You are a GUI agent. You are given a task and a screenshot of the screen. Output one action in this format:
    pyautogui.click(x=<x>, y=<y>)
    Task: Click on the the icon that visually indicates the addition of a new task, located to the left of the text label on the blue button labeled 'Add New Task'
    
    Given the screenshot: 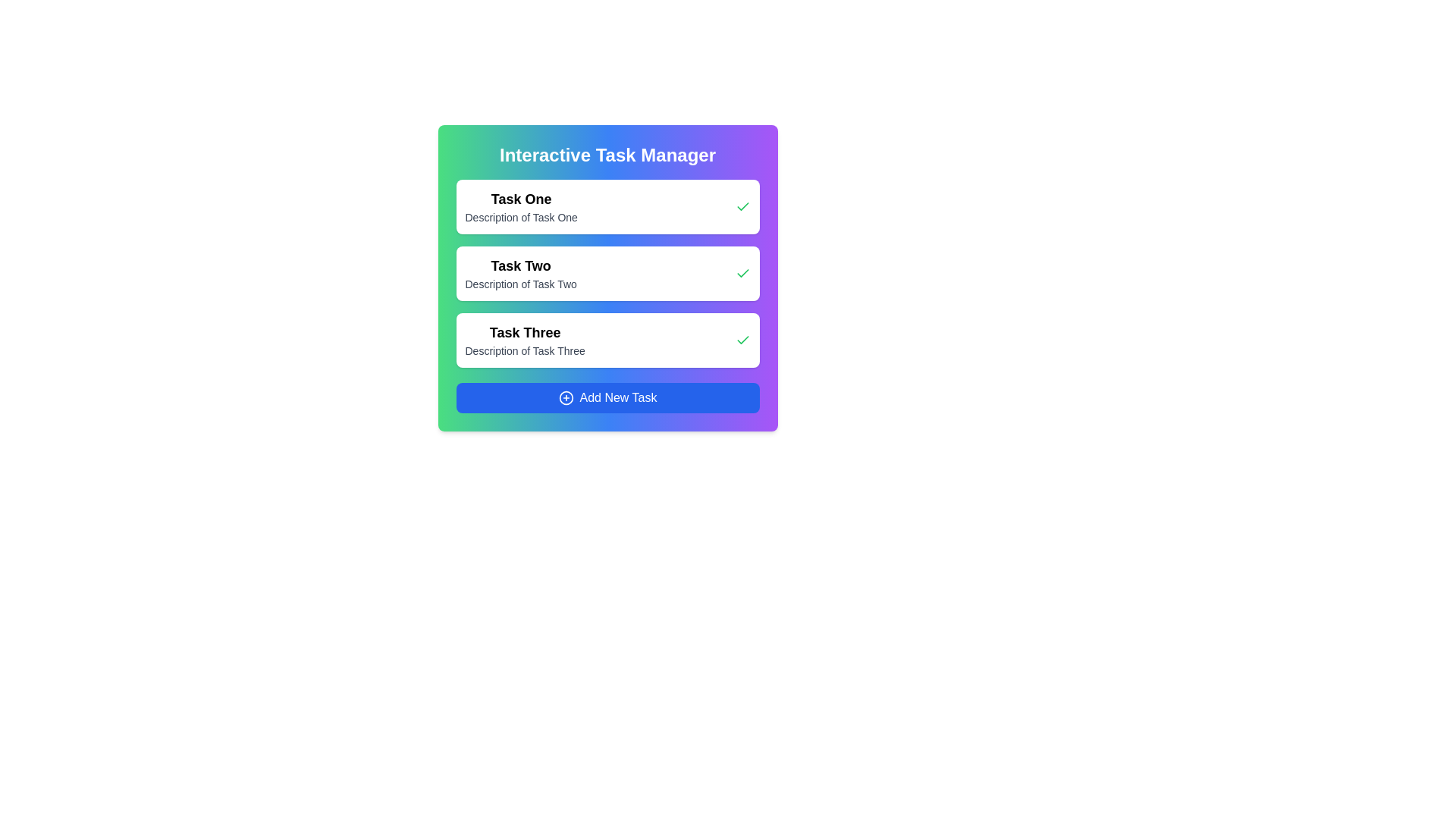 What is the action you would take?
    pyautogui.click(x=565, y=397)
    